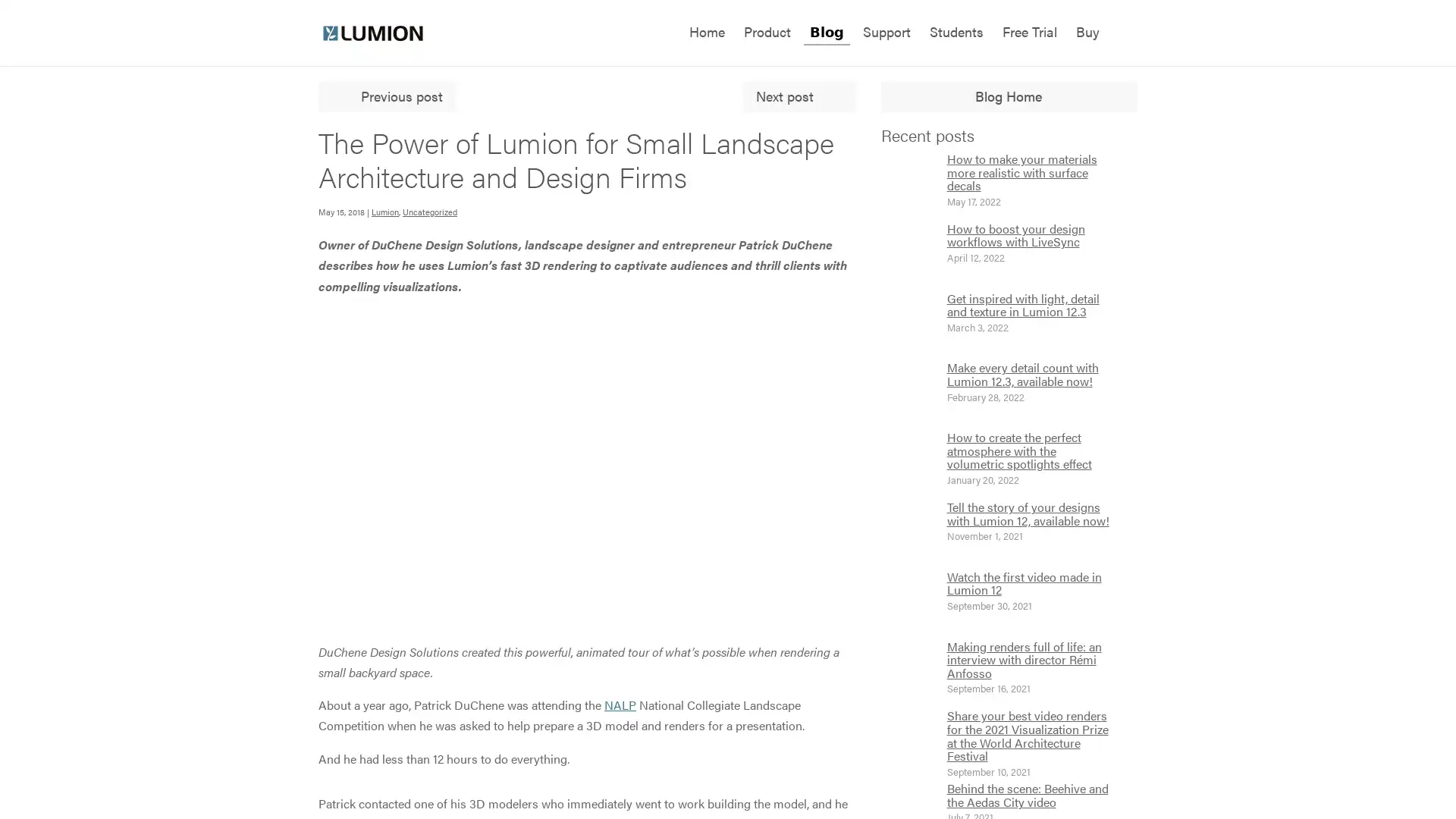  I want to click on Cookie Settings, so click(154, 760).